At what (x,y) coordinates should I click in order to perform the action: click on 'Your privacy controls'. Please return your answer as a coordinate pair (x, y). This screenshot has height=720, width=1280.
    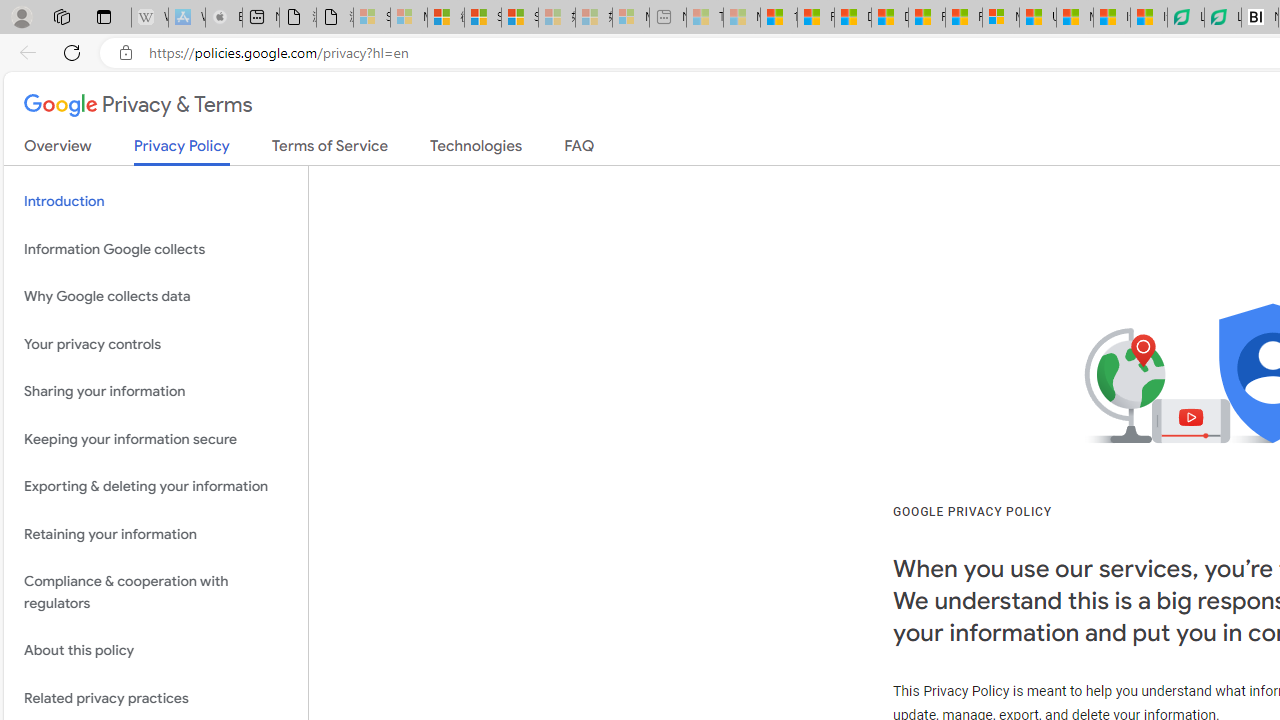
    Looking at the image, I should click on (155, 343).